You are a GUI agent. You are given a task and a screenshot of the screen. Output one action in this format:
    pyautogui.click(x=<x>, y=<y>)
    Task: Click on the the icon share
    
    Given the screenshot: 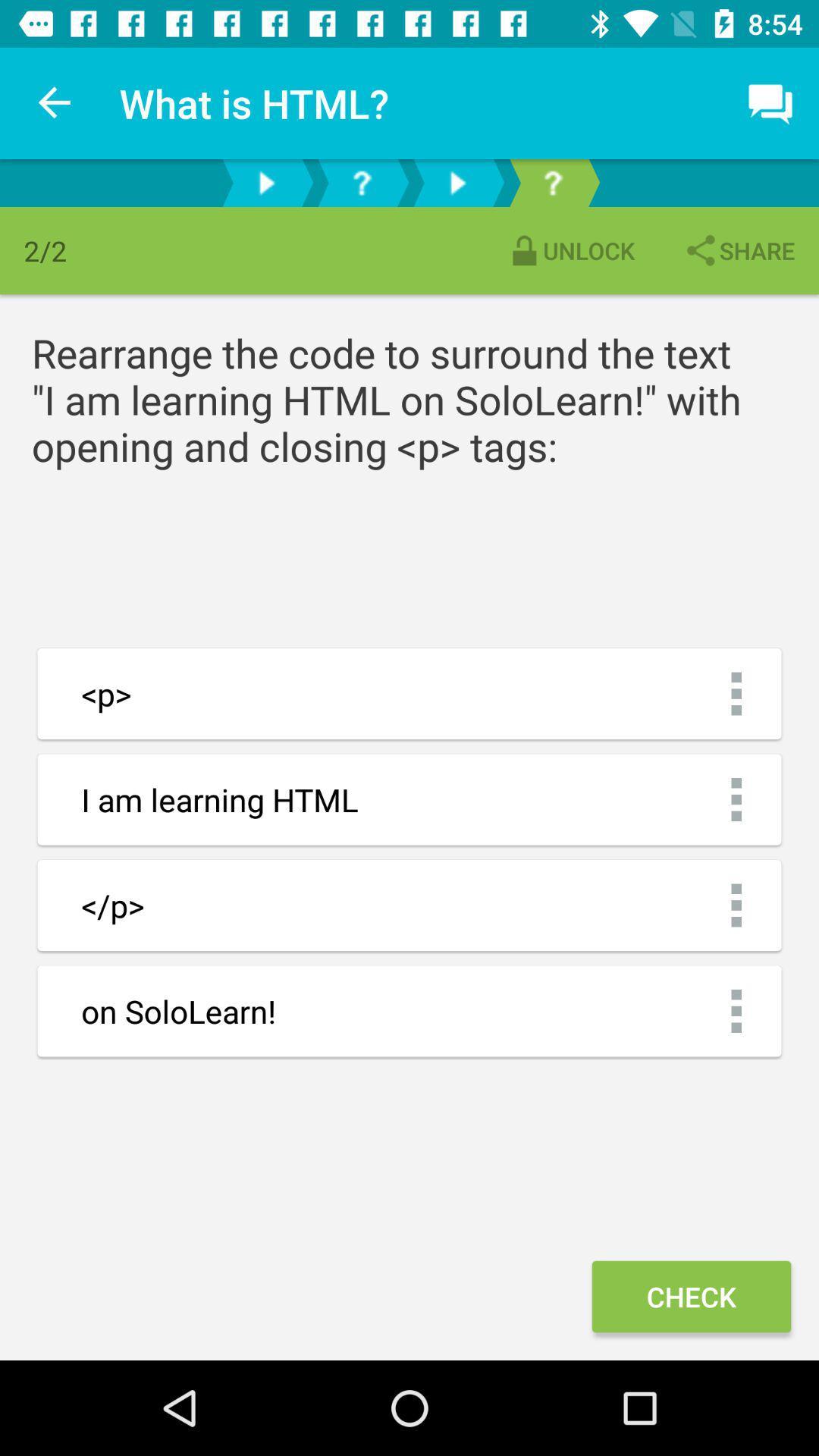 What is the action you would take?
    pyautogui.click(x=738, y=250)
    